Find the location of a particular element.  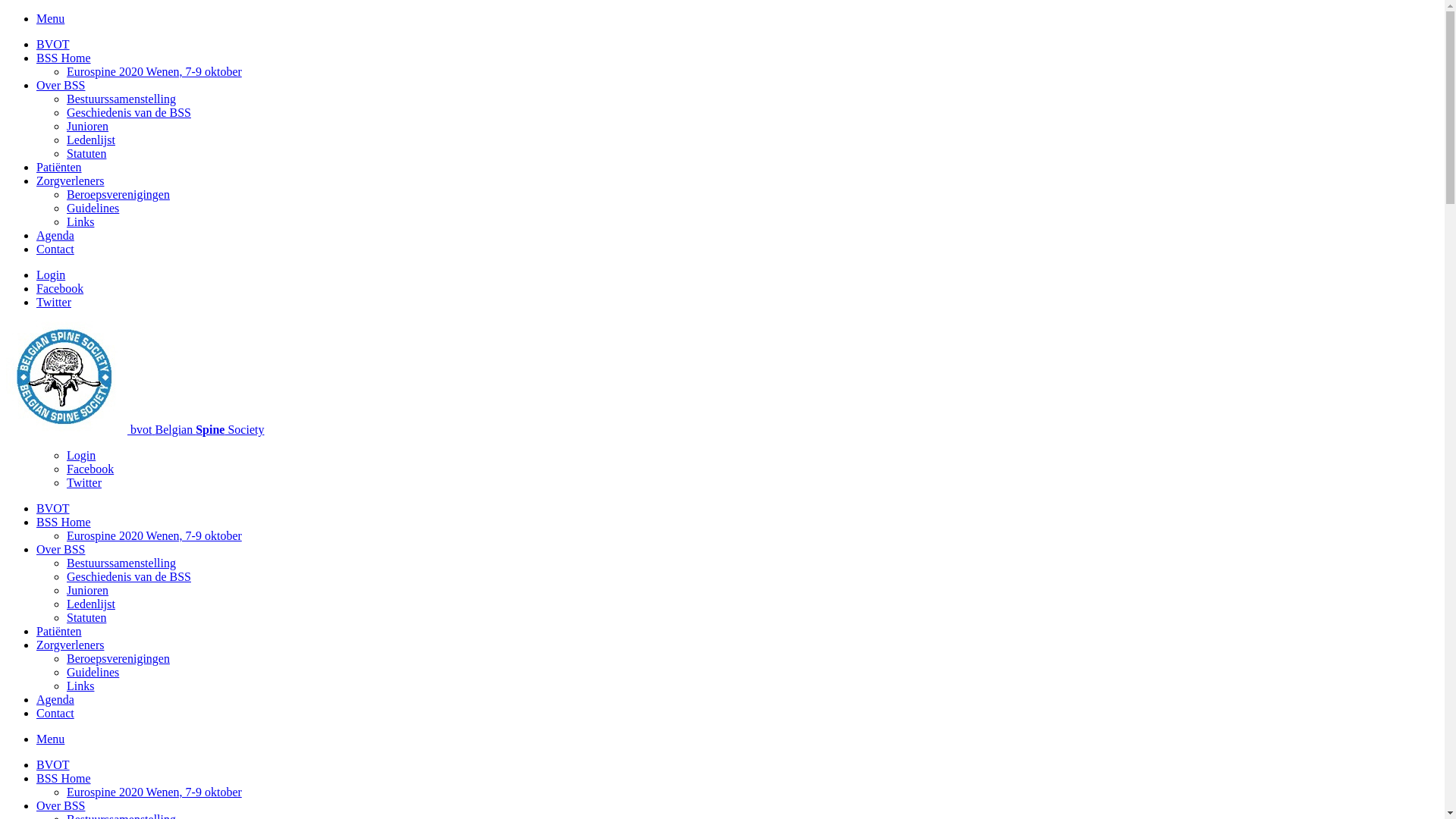

'Contact' is located at coordinates (55, 713).